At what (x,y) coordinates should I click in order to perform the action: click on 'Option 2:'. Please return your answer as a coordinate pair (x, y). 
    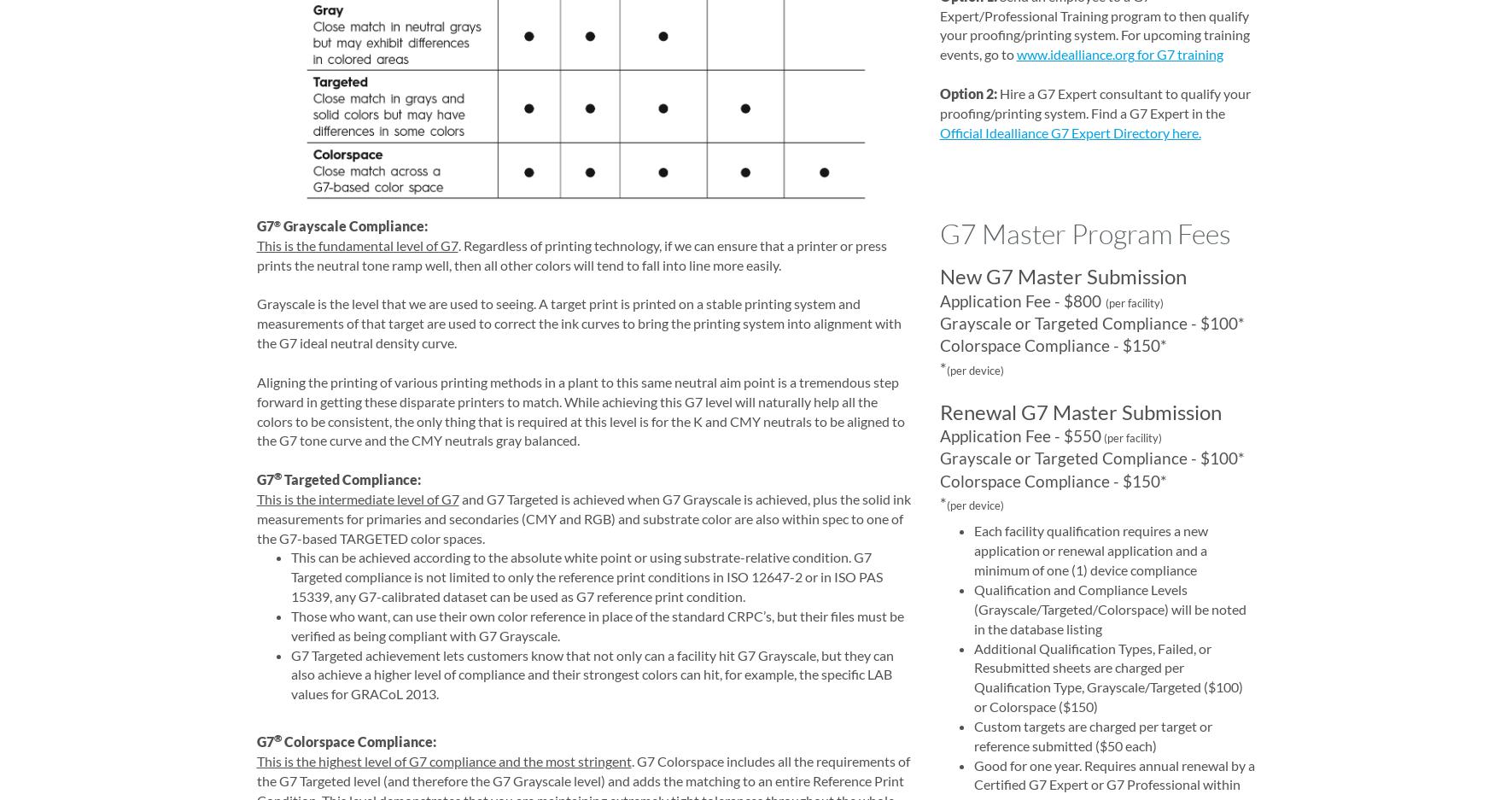
    Looking at the image, I should click on (937, 91).